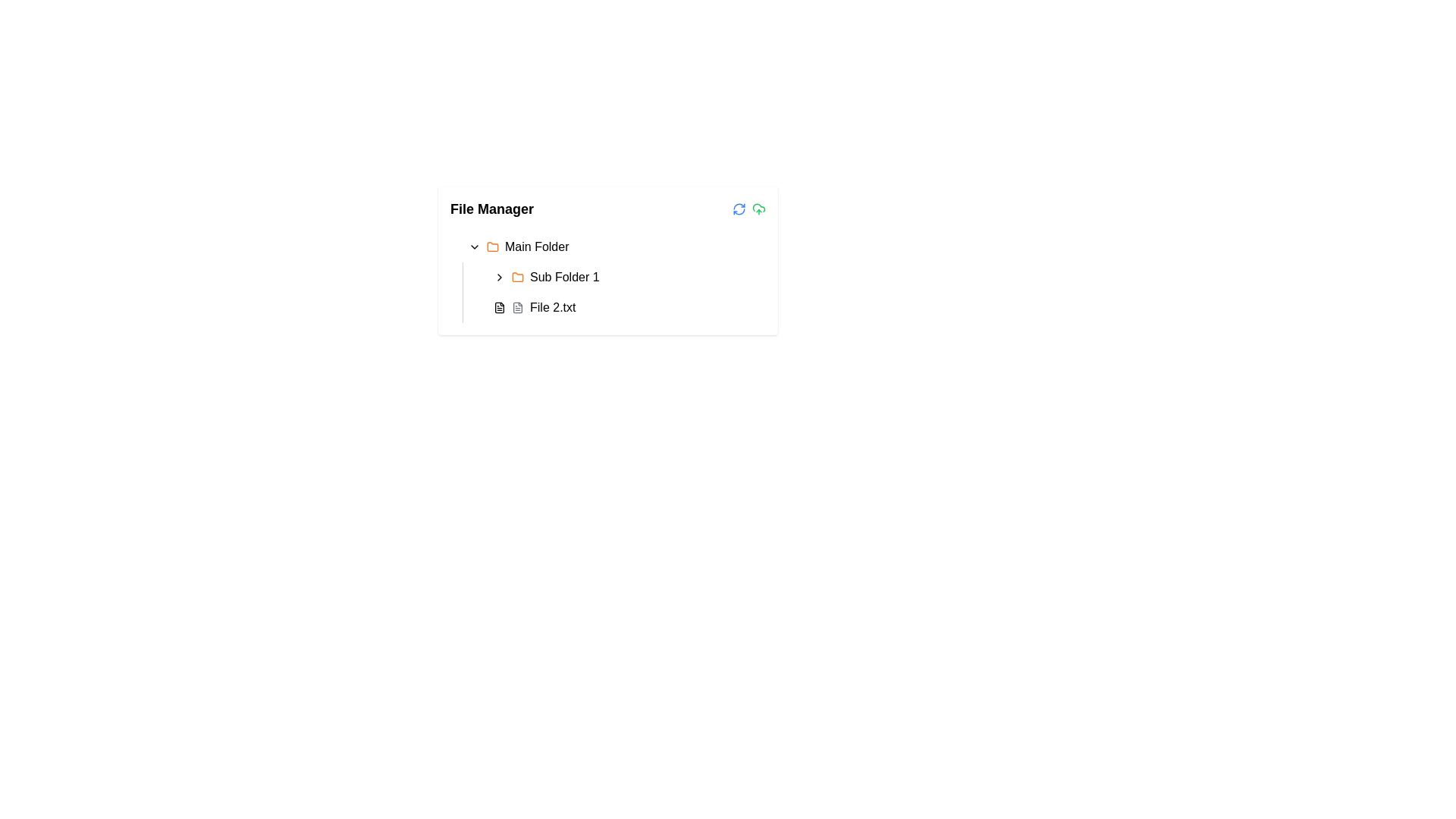 This screenshot has height=819, width=1456. What do you see at coordinates (492, 246) in the screenshot?
I see `the orange-colored folder icon located next` at bounding box center [492, 246].